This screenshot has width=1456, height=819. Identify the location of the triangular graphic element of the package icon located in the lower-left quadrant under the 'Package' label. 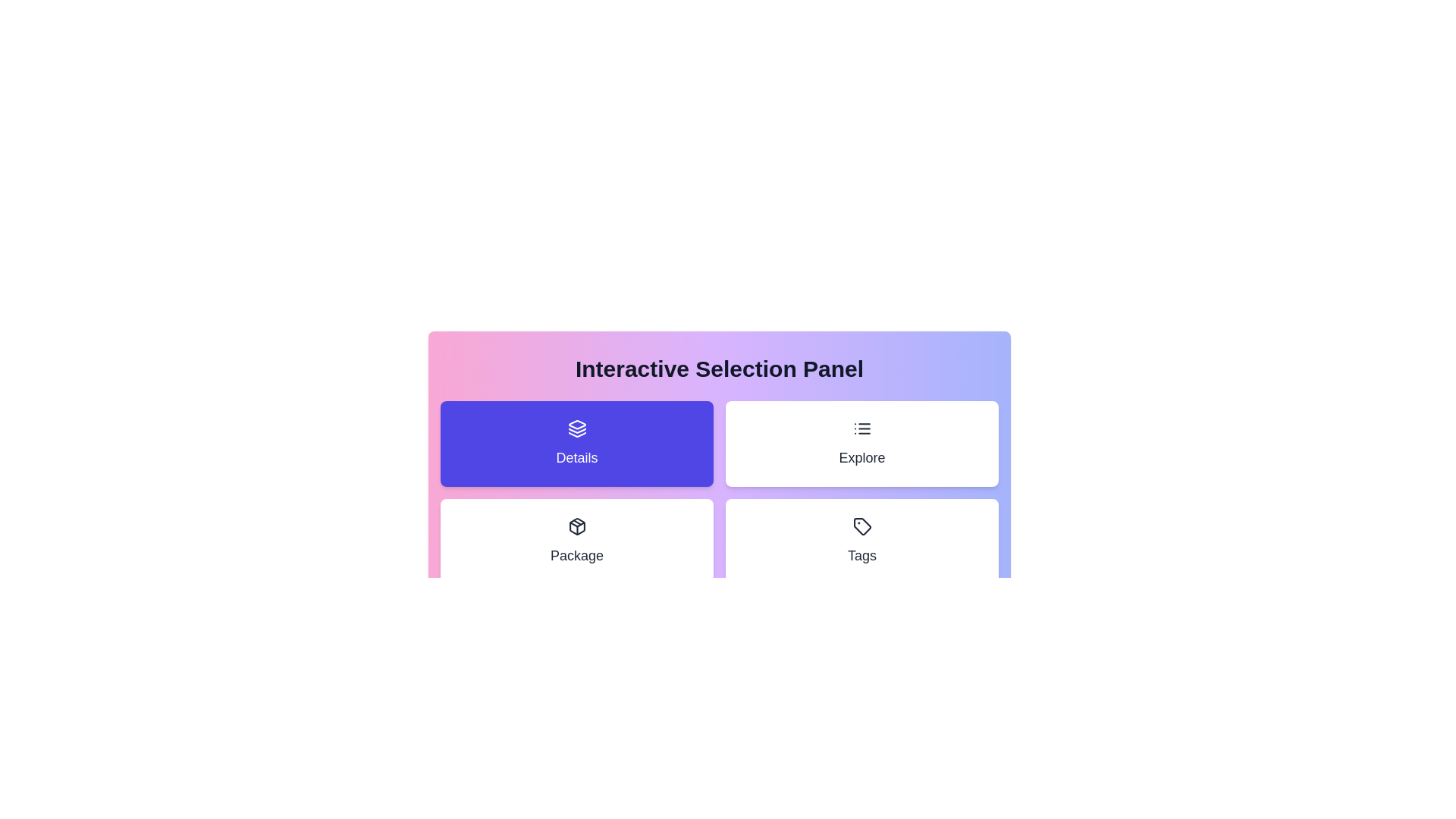
(576, 522).